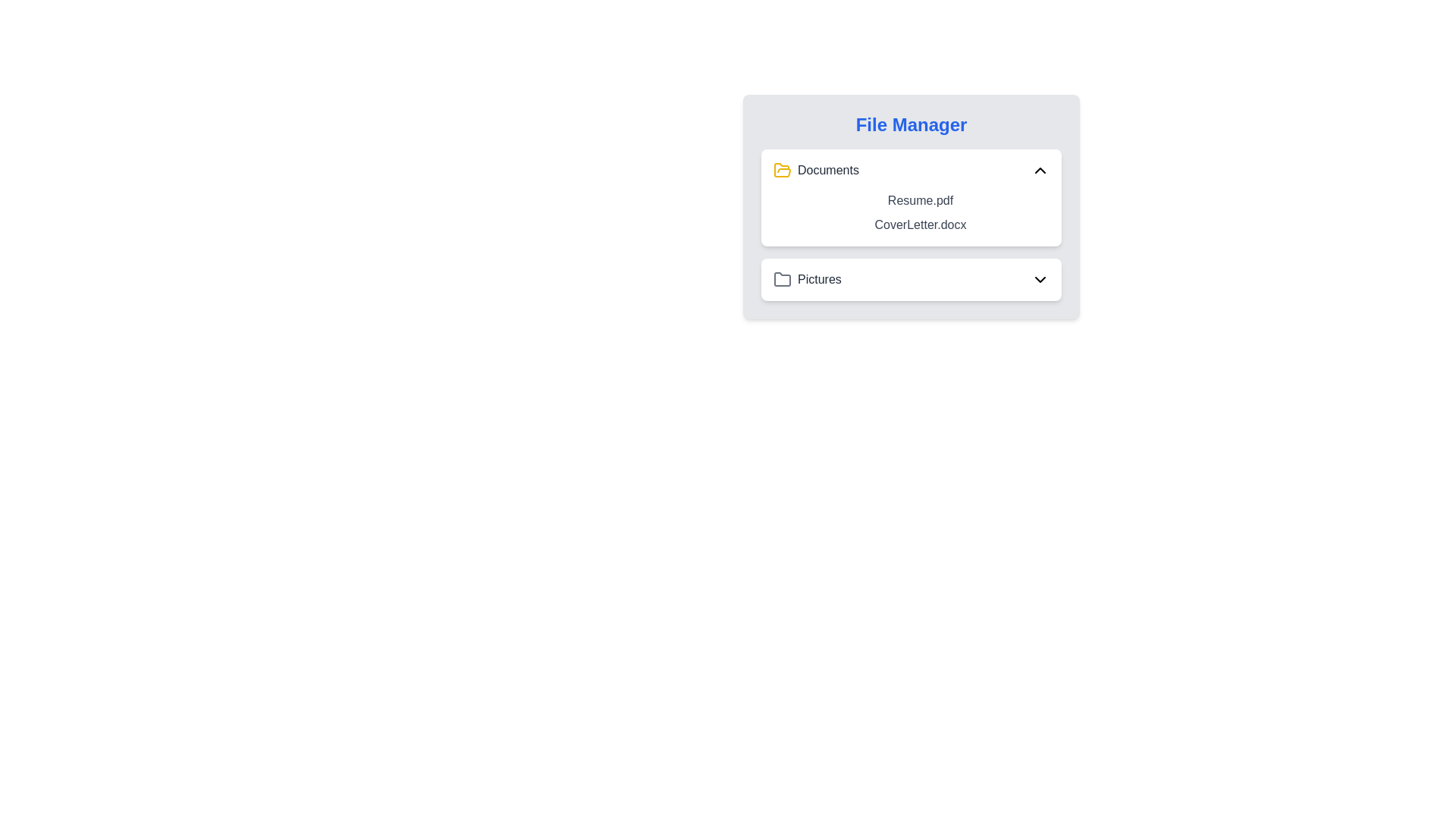 The height and width of the screenshot is (819, 1456). I want to click on the chevron-up icon button located to the right of the 'Documents' label, so click(1040, 170).